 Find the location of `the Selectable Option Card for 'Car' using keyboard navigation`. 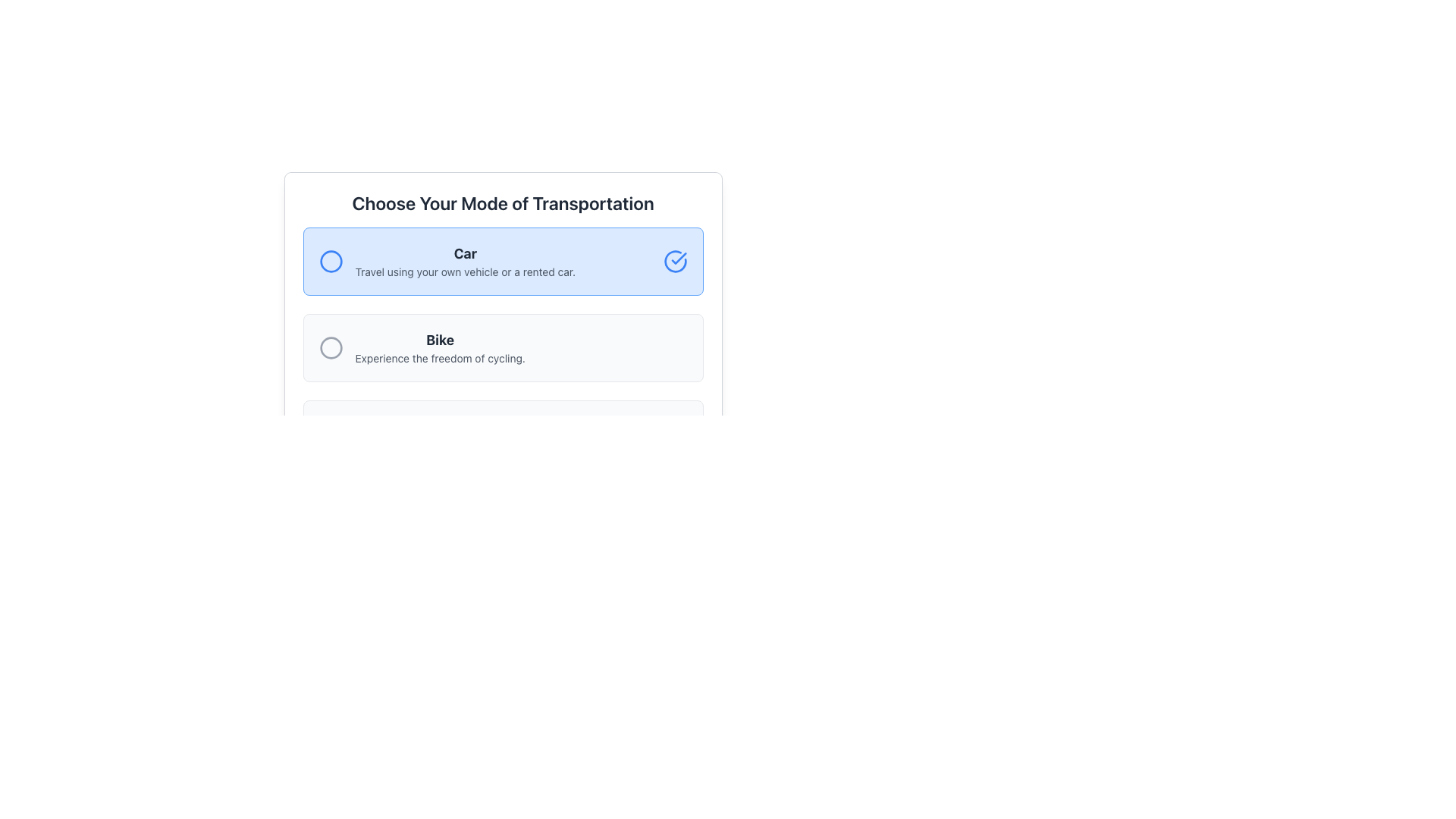

the Selectable Option Card for 'Car' using keyboard navigation is located at coordinates (503, 260).